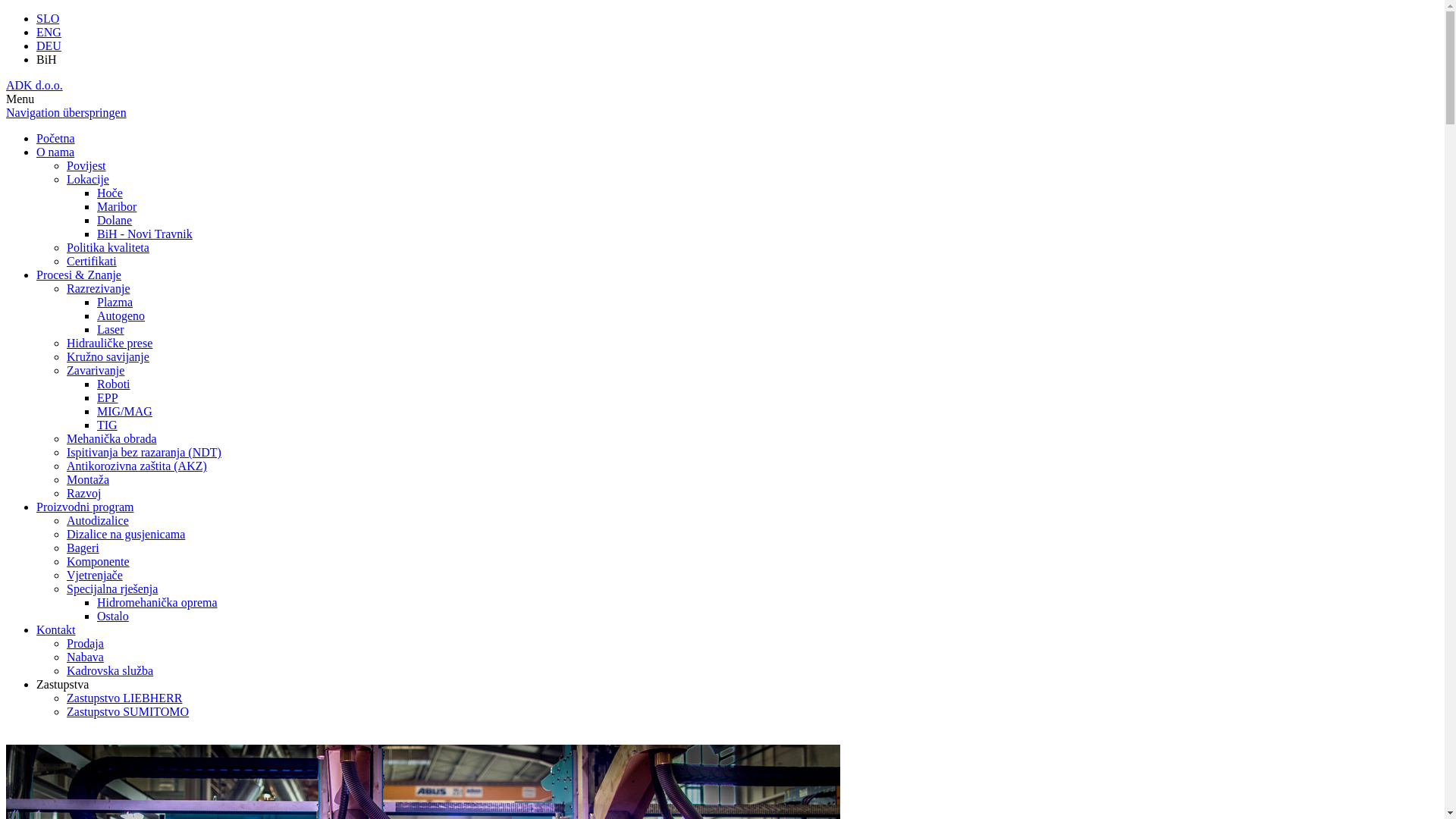  What do you see at coordinates (113, 220) in the screenshot?
I see `'Dolane'` at bounding box center [113, 220].